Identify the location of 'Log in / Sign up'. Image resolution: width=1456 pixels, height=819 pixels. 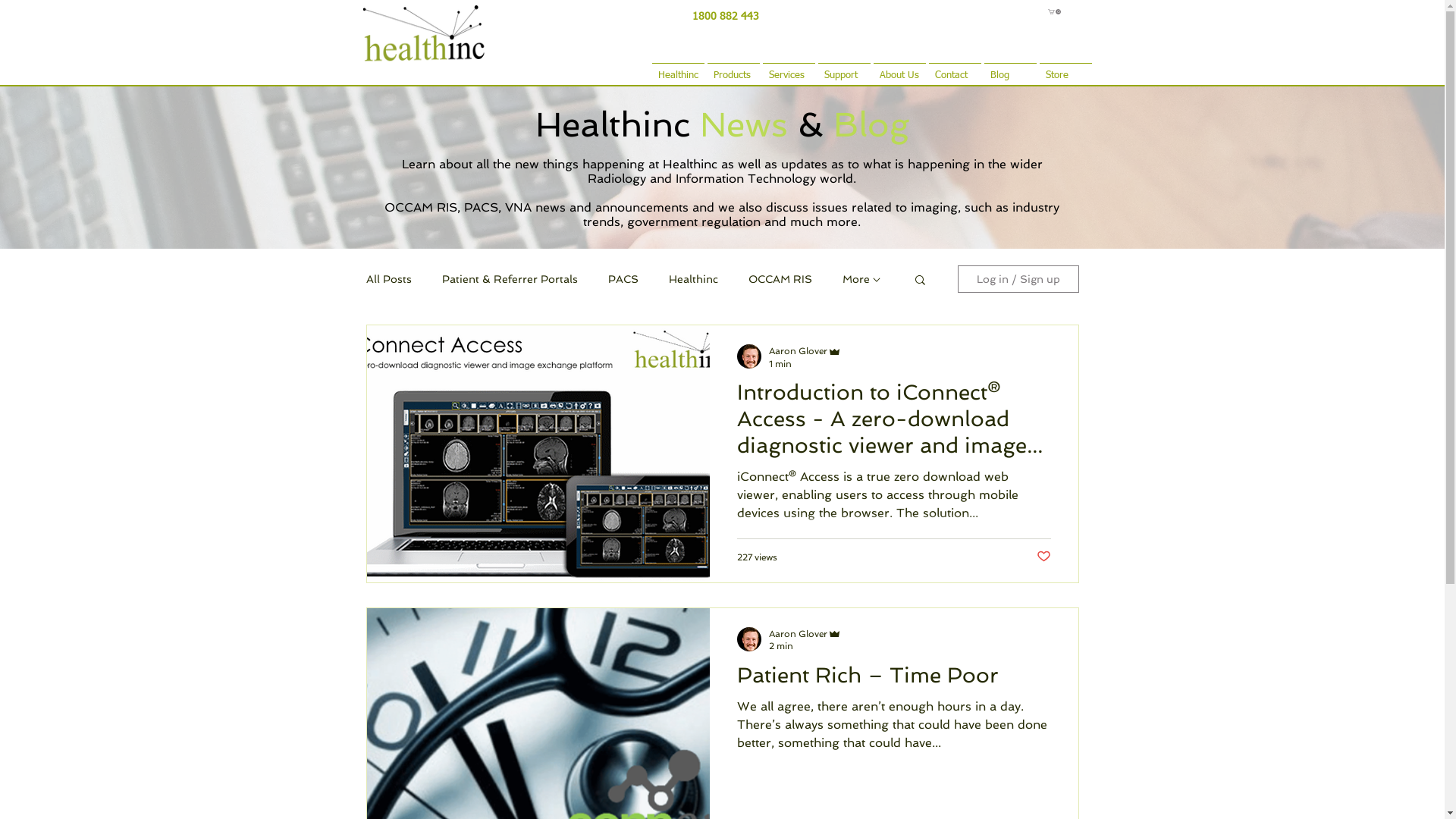
(1018, 278).